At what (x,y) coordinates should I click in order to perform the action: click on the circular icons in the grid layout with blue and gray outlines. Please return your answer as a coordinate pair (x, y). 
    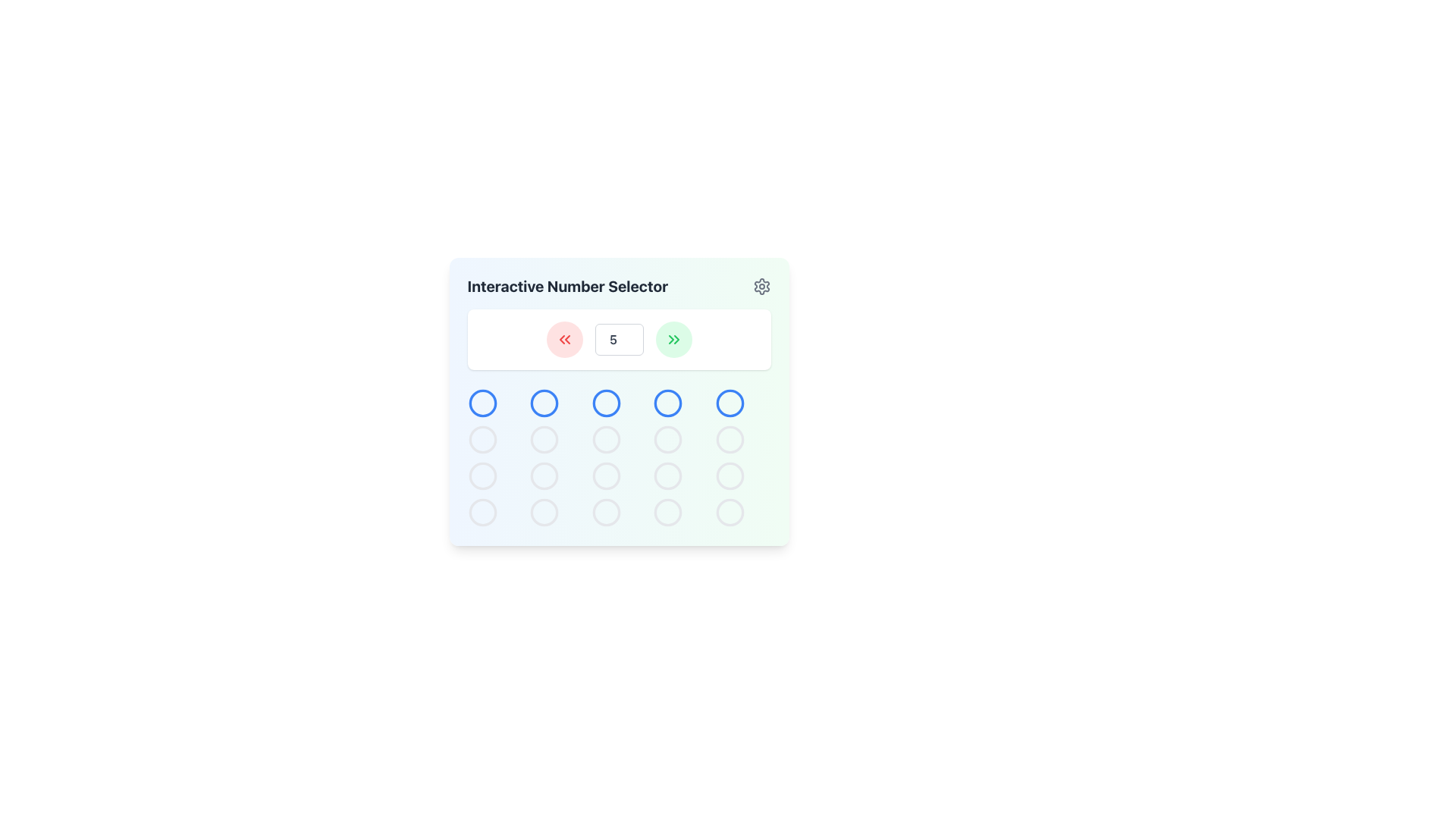
    Looking at the image, I should click on (619, 457).